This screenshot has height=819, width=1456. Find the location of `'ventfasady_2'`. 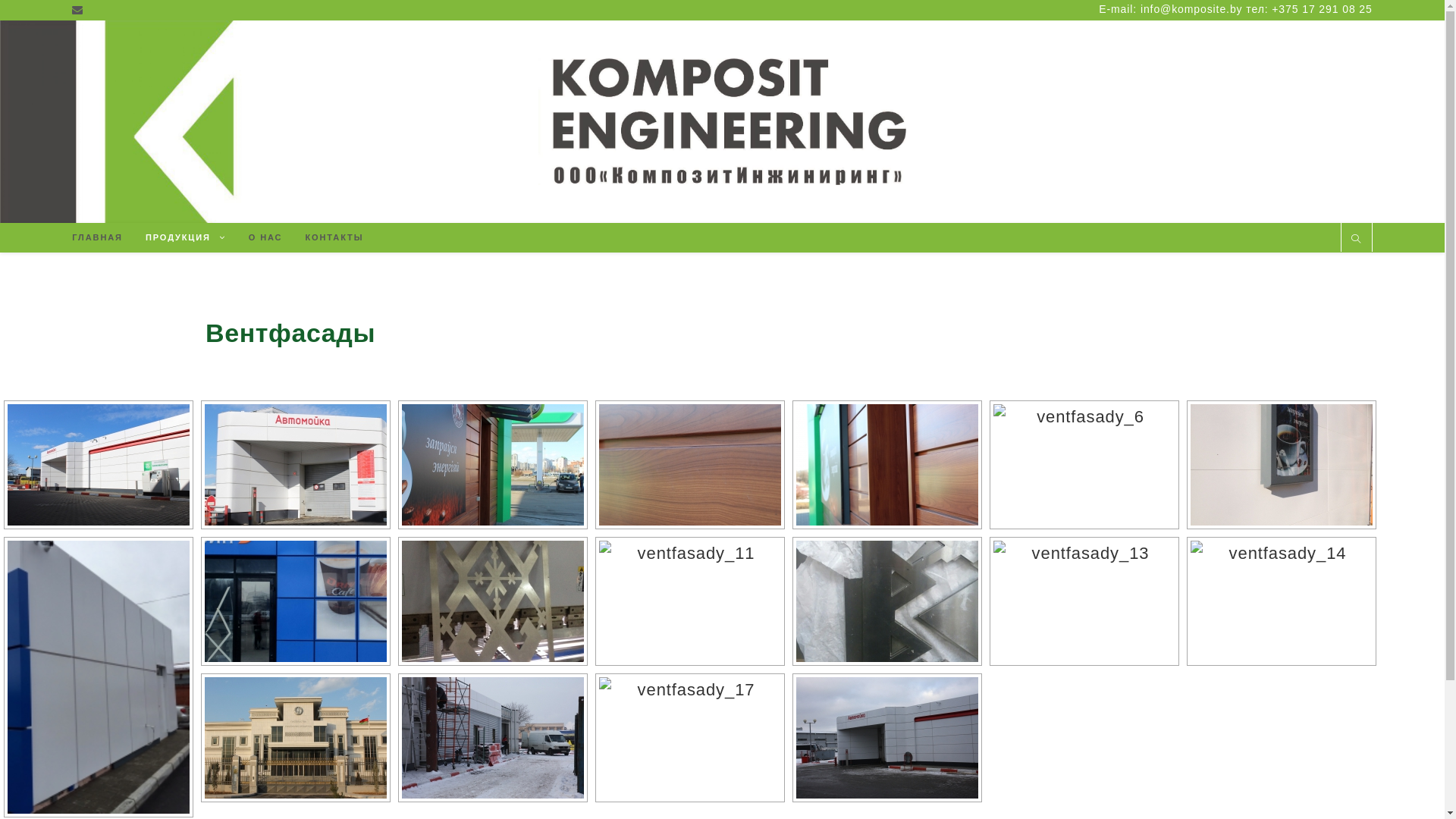

'ventfasady_2' is located at coordinates (295, 464).